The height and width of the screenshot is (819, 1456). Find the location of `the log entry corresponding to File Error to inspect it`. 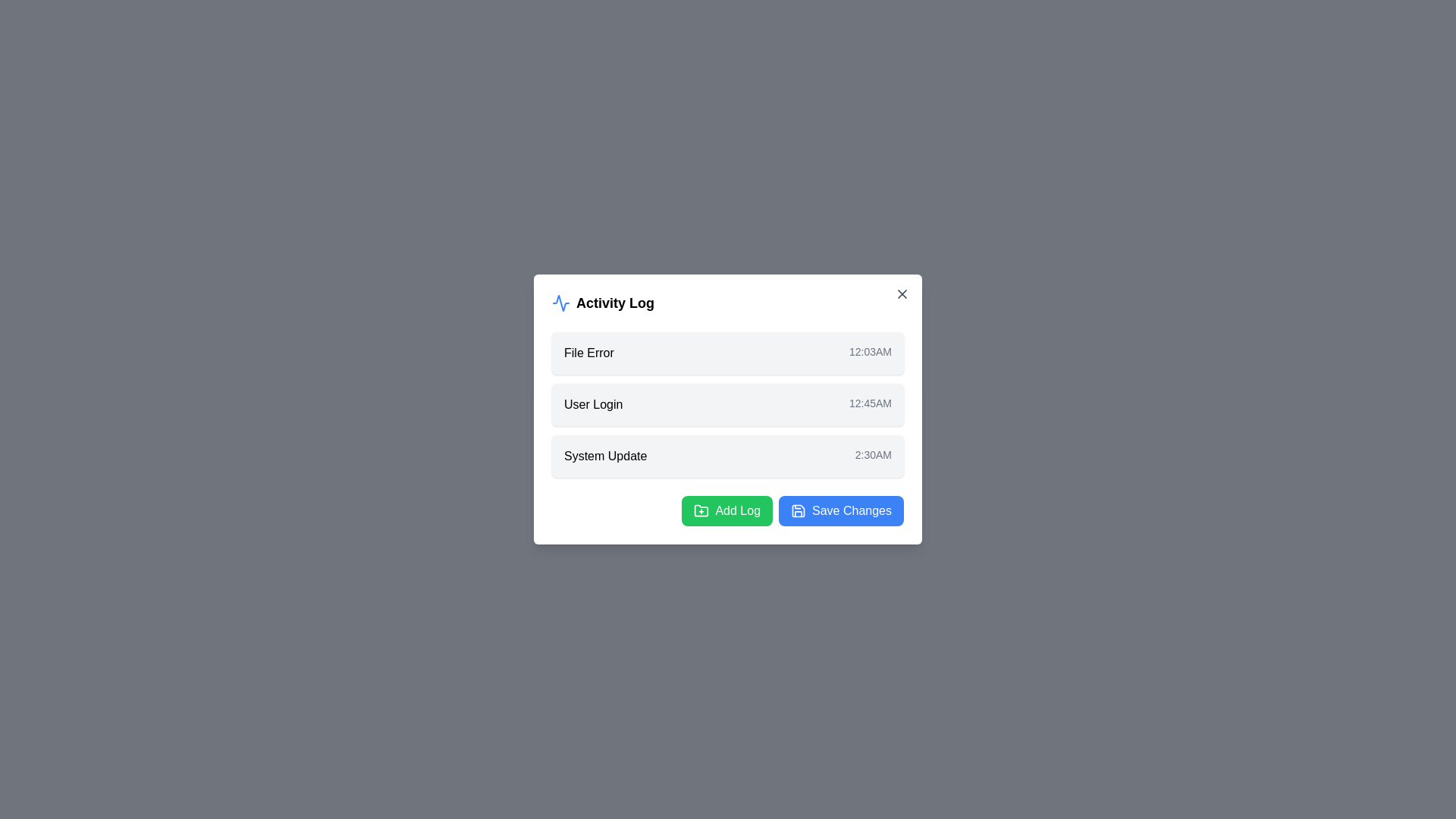

the log entry corresponding to File Error to inspect it is located at coordinates (728, 353).